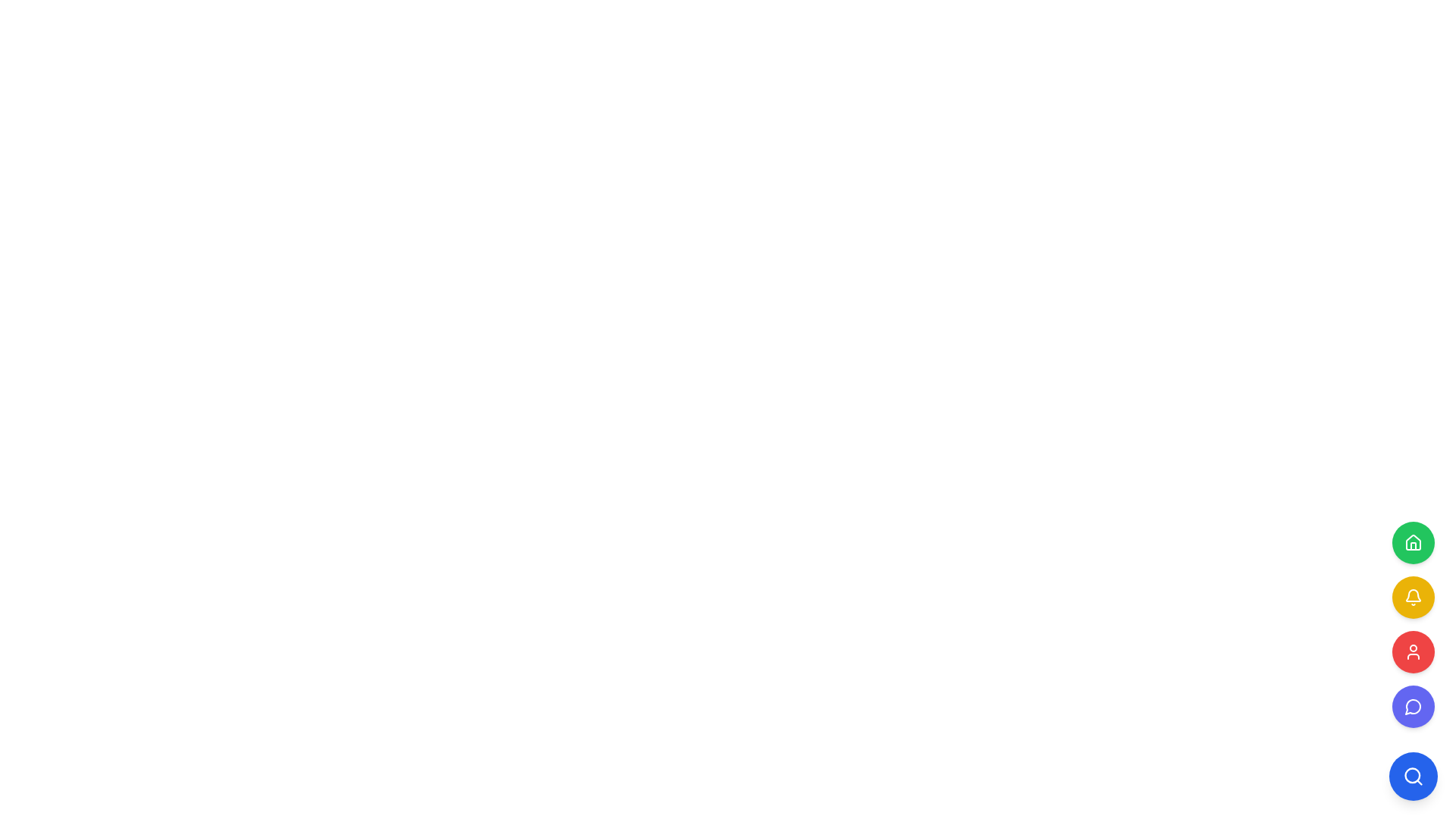  I want to click on the circular button with a deep blue background and a white magnifying glass icon located at the bottom-right corner of the interface, so click(1412, 776).